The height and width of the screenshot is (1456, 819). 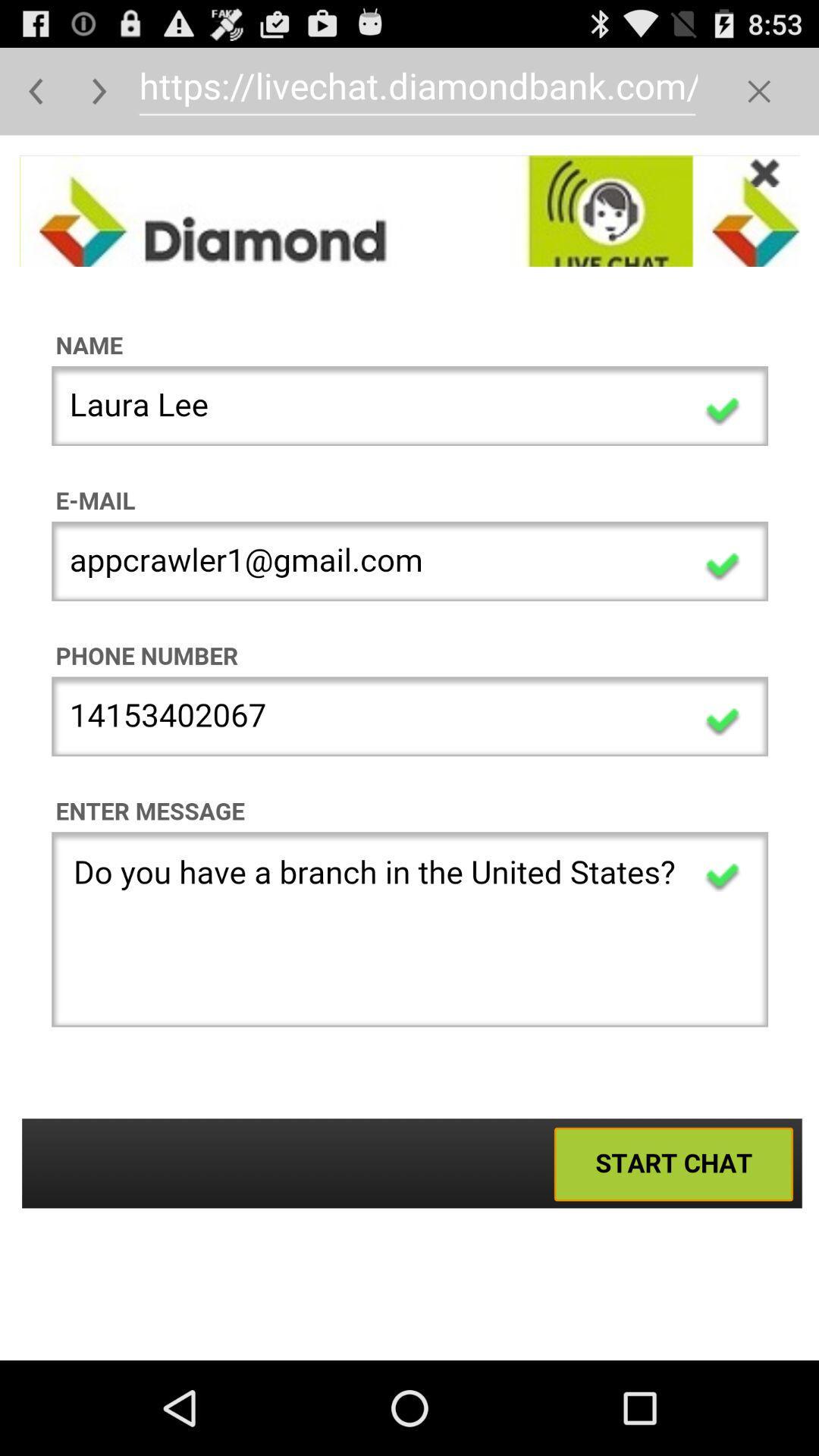 What do you see at coordinates (759, 90) in the screenshot?
I see `button` at bounding box center [759, 90].